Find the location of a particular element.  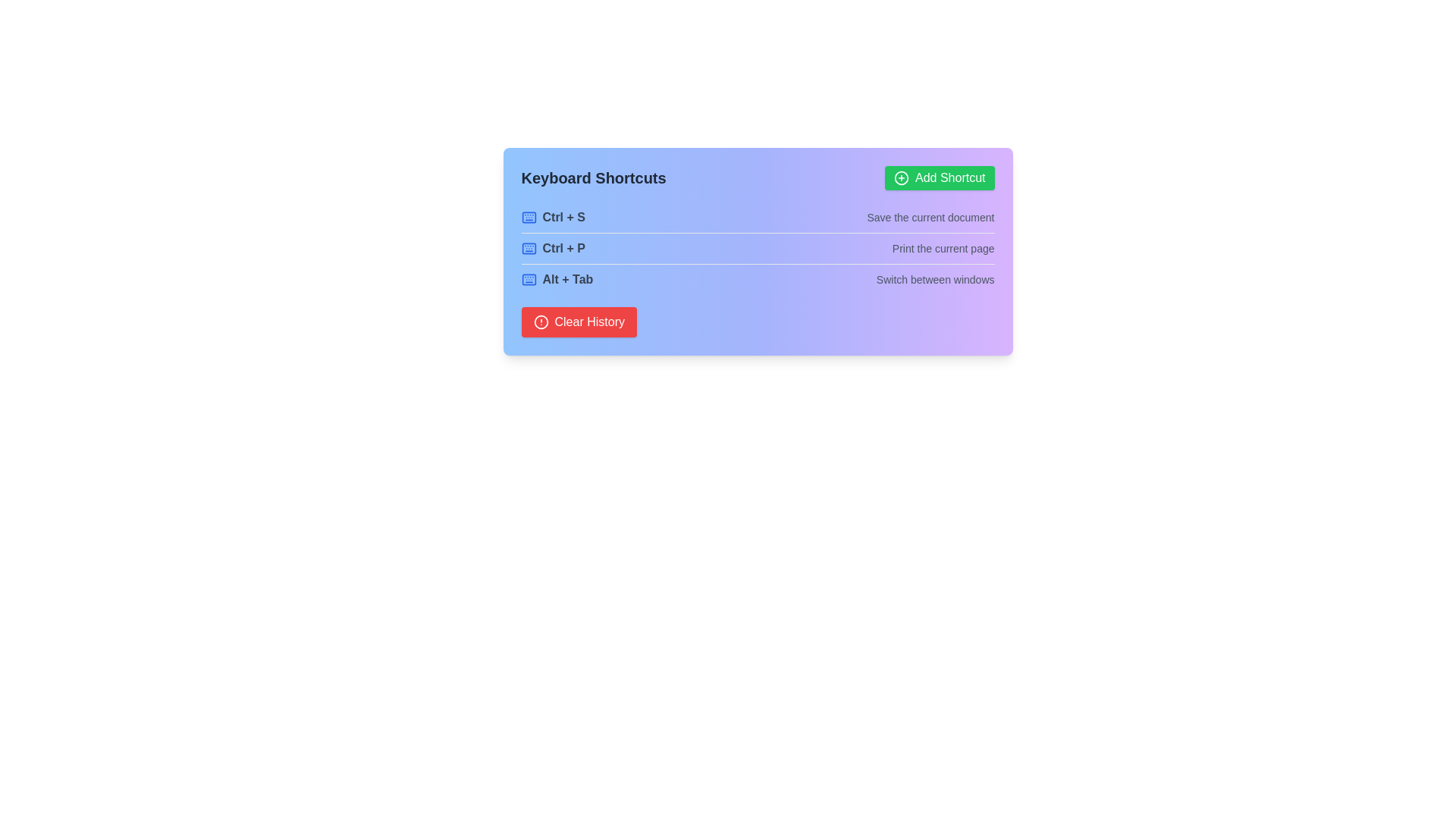

the visual representation of the print command icon associated with the 'Ctrl + P' shortcut, located near the left side of the row in the Keyboard Shortcuts list is located at coordinates (529, 247).